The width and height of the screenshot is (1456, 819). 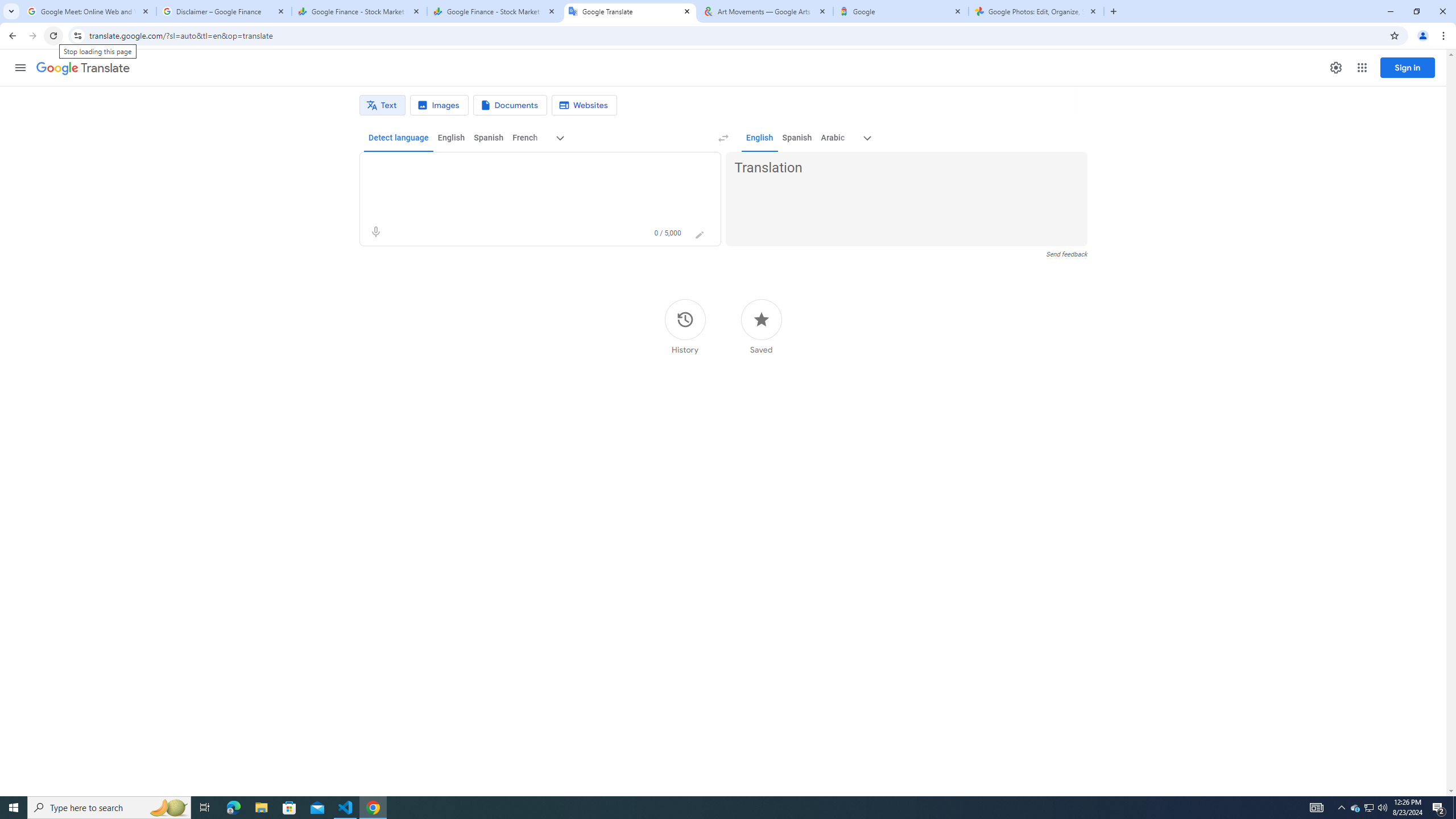 I want to click on 'Detect language', so click(x=399, y=137).